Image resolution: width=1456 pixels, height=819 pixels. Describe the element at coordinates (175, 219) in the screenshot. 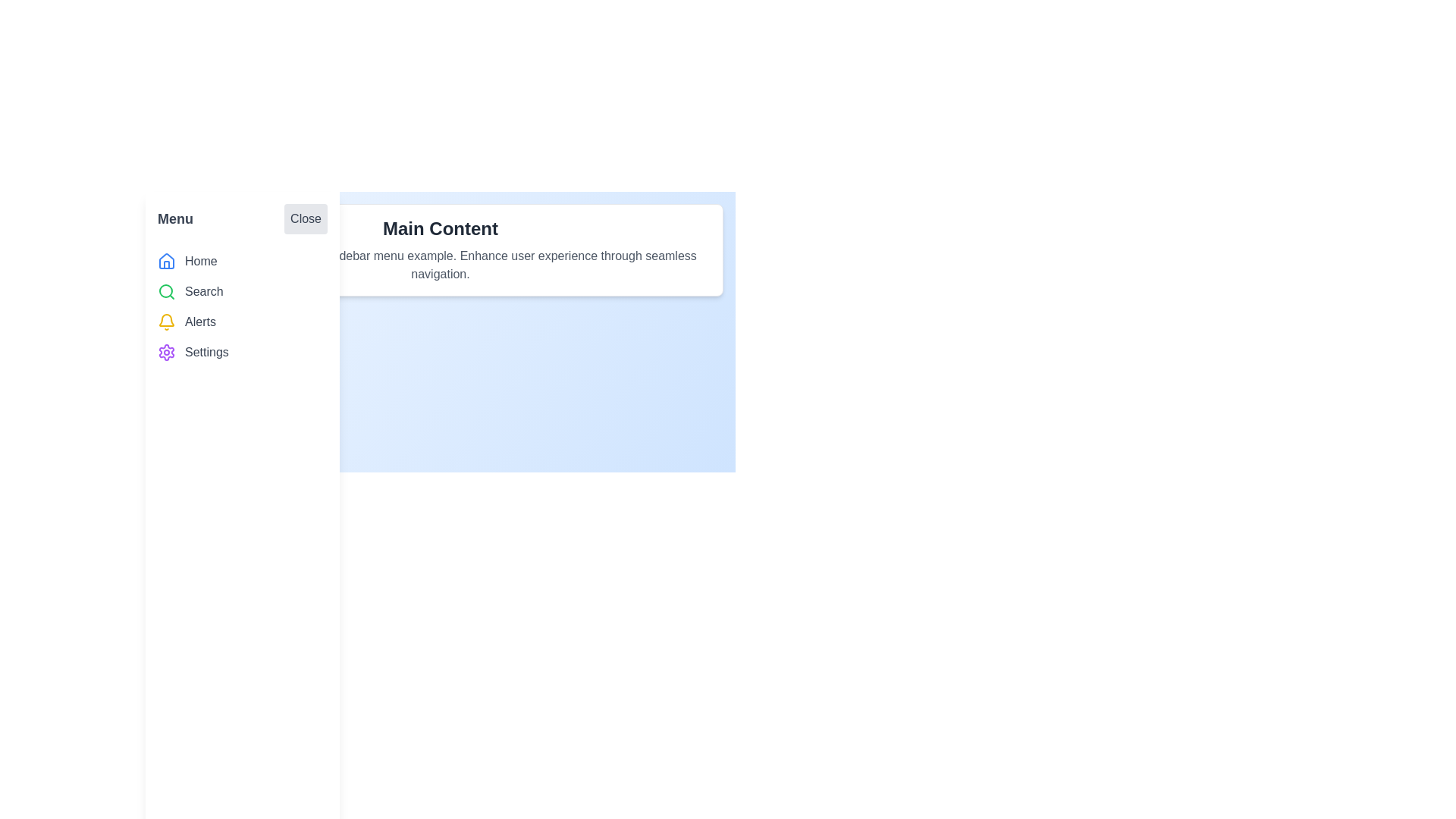

I see `the 'Menu' text label, which is a bold, prominently styled text in dark gray located within the header area of the navigation panel, adjacent to the 'Close' button` at that location.